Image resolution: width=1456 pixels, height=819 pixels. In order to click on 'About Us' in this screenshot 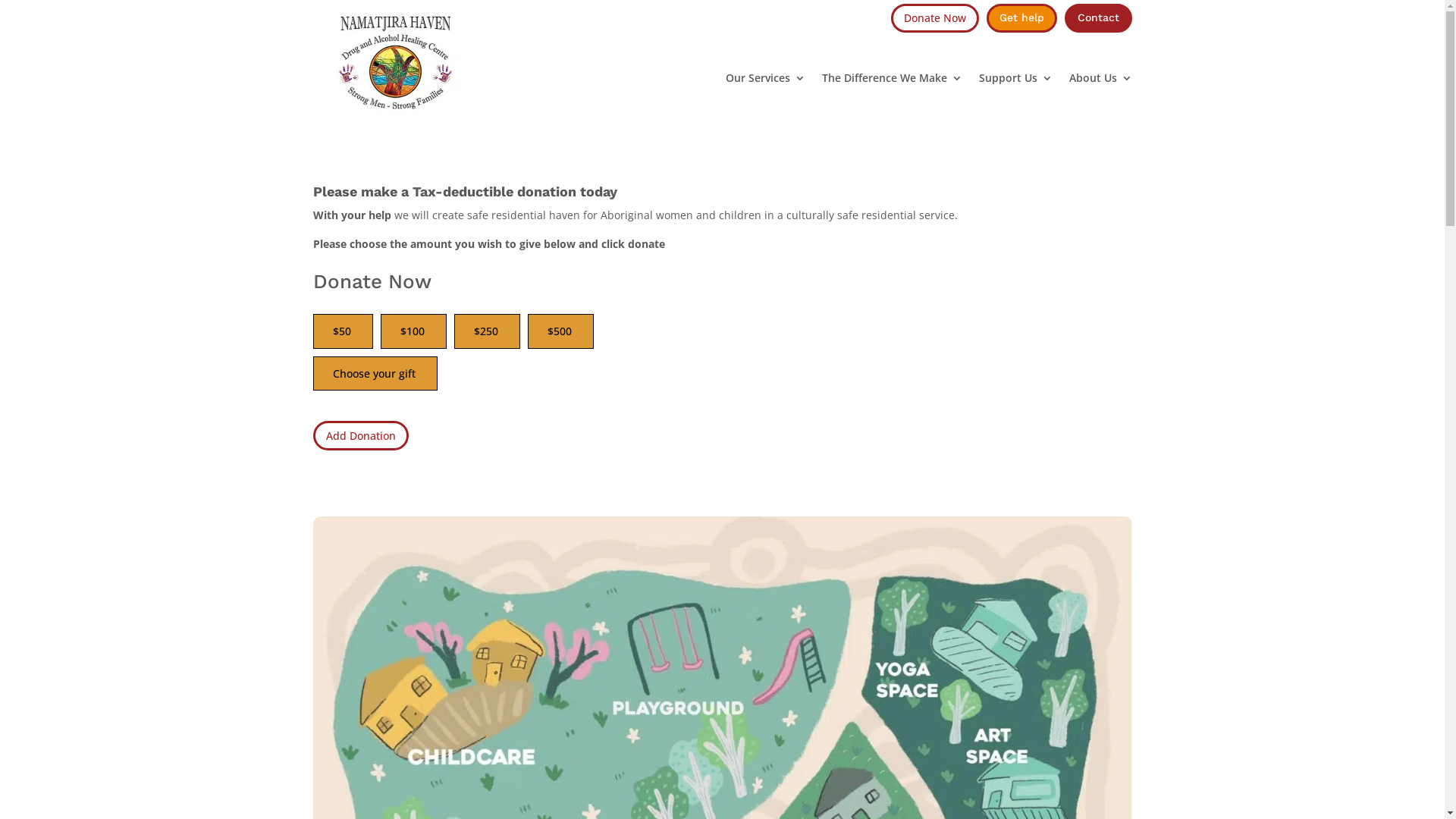, I will do `click(1100, 78)`.